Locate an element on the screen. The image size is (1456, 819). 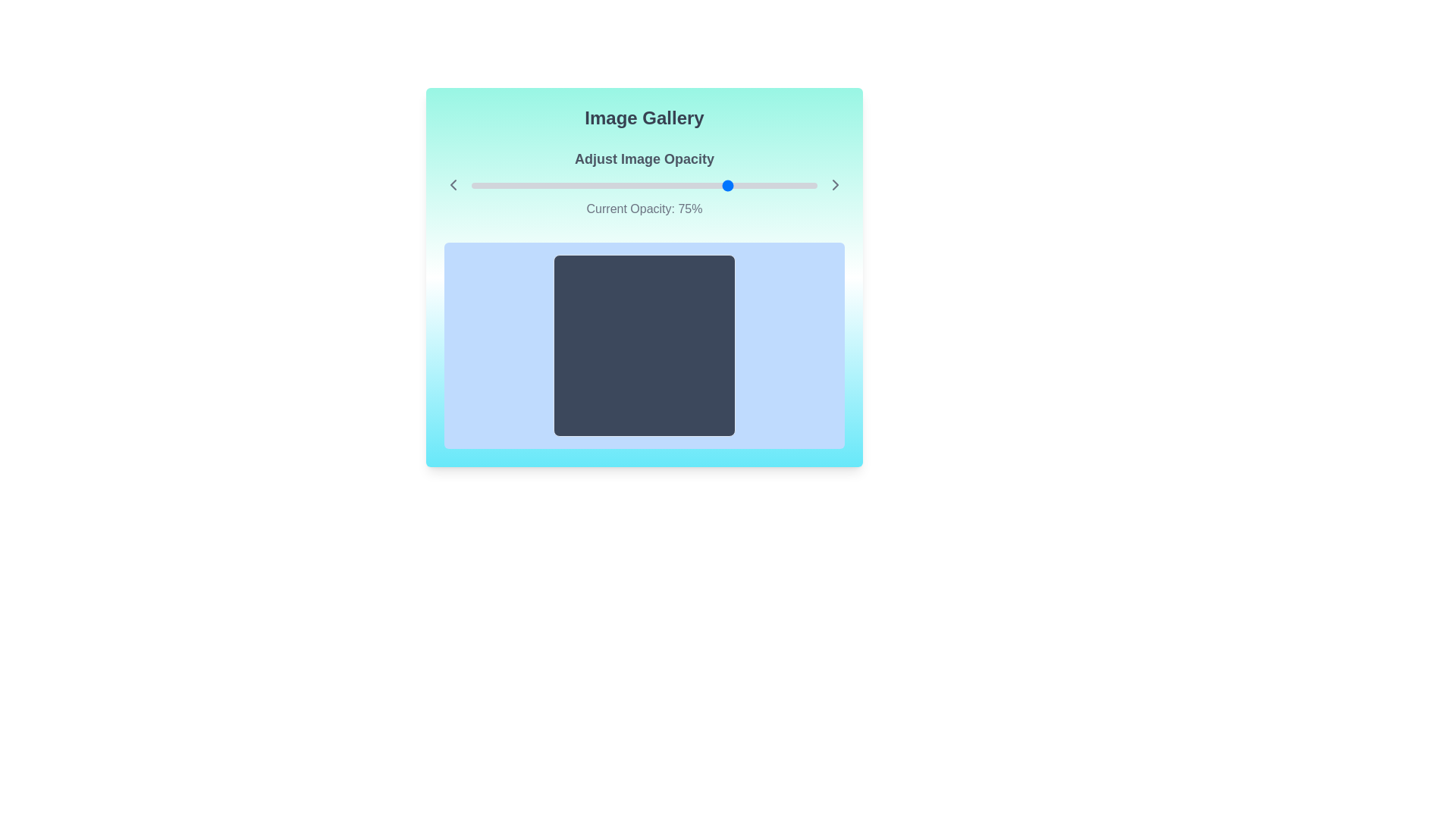
the image opacity slider to 76% is located at coordinates (734, 185).